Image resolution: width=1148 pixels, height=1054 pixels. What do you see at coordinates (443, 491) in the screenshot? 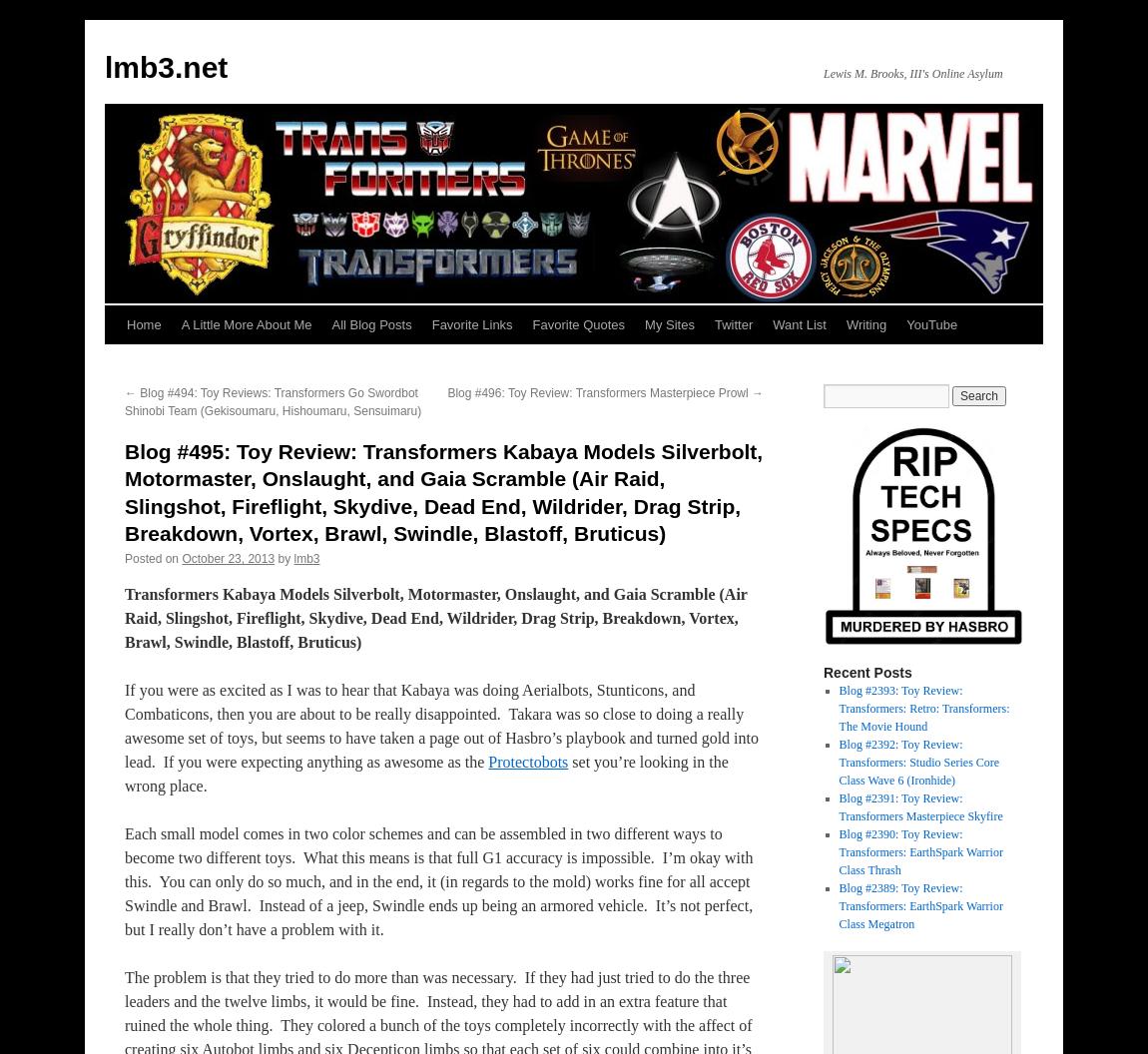
I see `'Blog #495: Toy Review: Transformers Kabaya Models Silverbolt, Motormaster, Onslaught, and Gaia Scramble (Air Raid, Slingshot, Fireflight, Skydive, Dead End, Wildrider, Drag Strip, Breakdown, Vortex, Brawl, Swindle, Blastoff, Bruticus)'` at bounding box center [443, 491].